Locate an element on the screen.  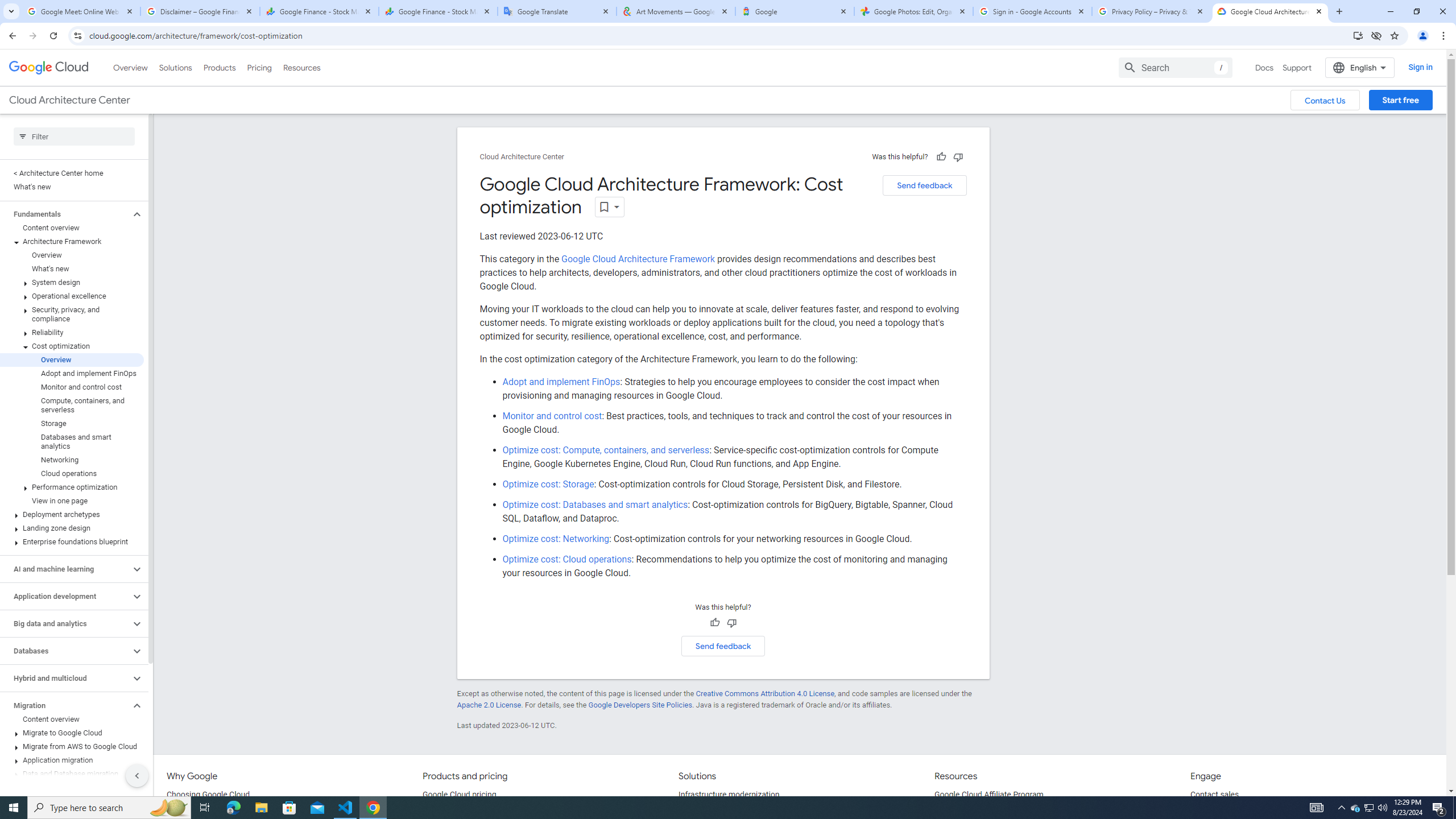
'Optimize cost: Cloud operations' is located at coordinates (566, 559).